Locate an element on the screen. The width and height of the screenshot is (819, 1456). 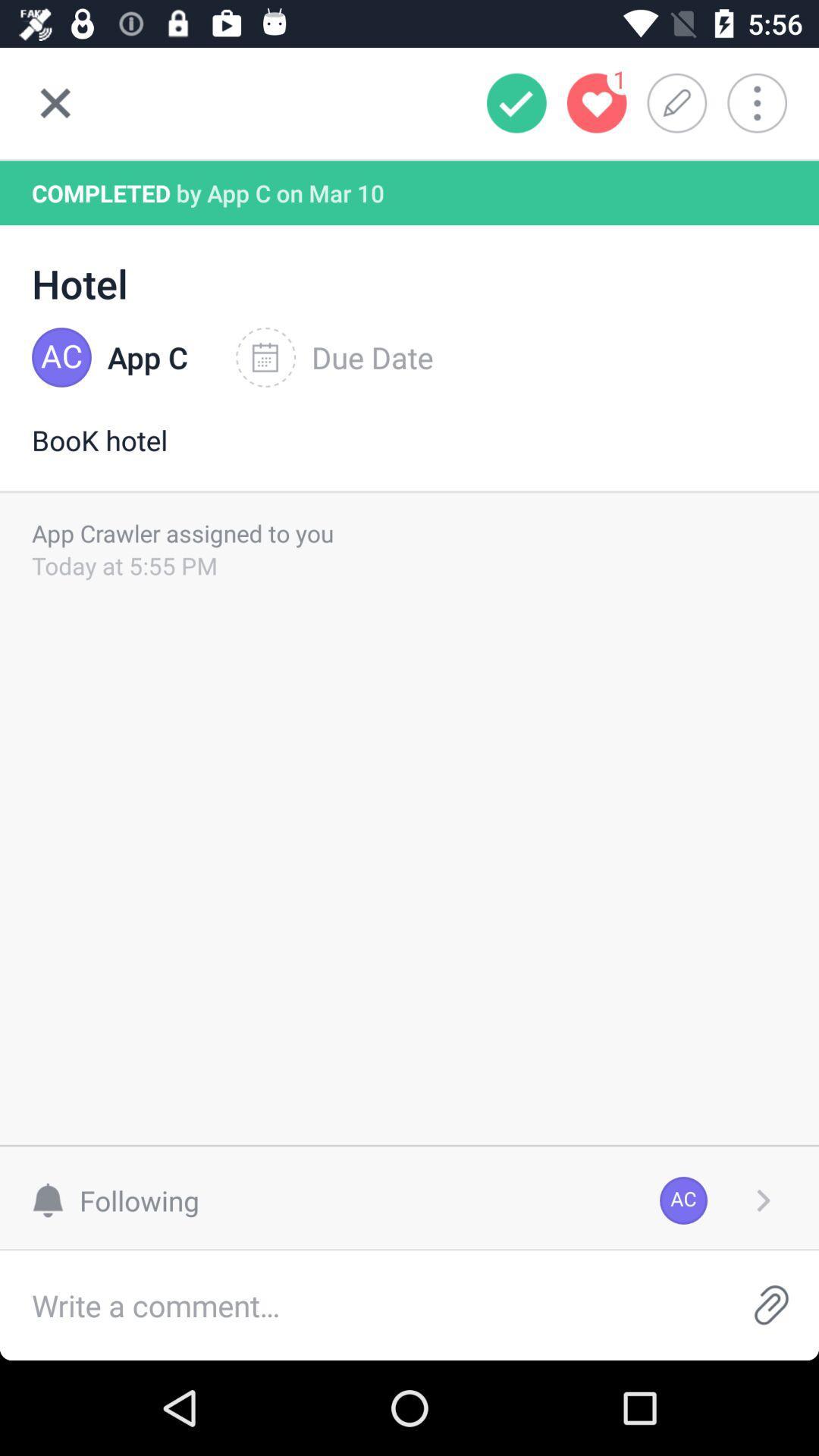
the icon below app c is located at coordinates (409, 455).